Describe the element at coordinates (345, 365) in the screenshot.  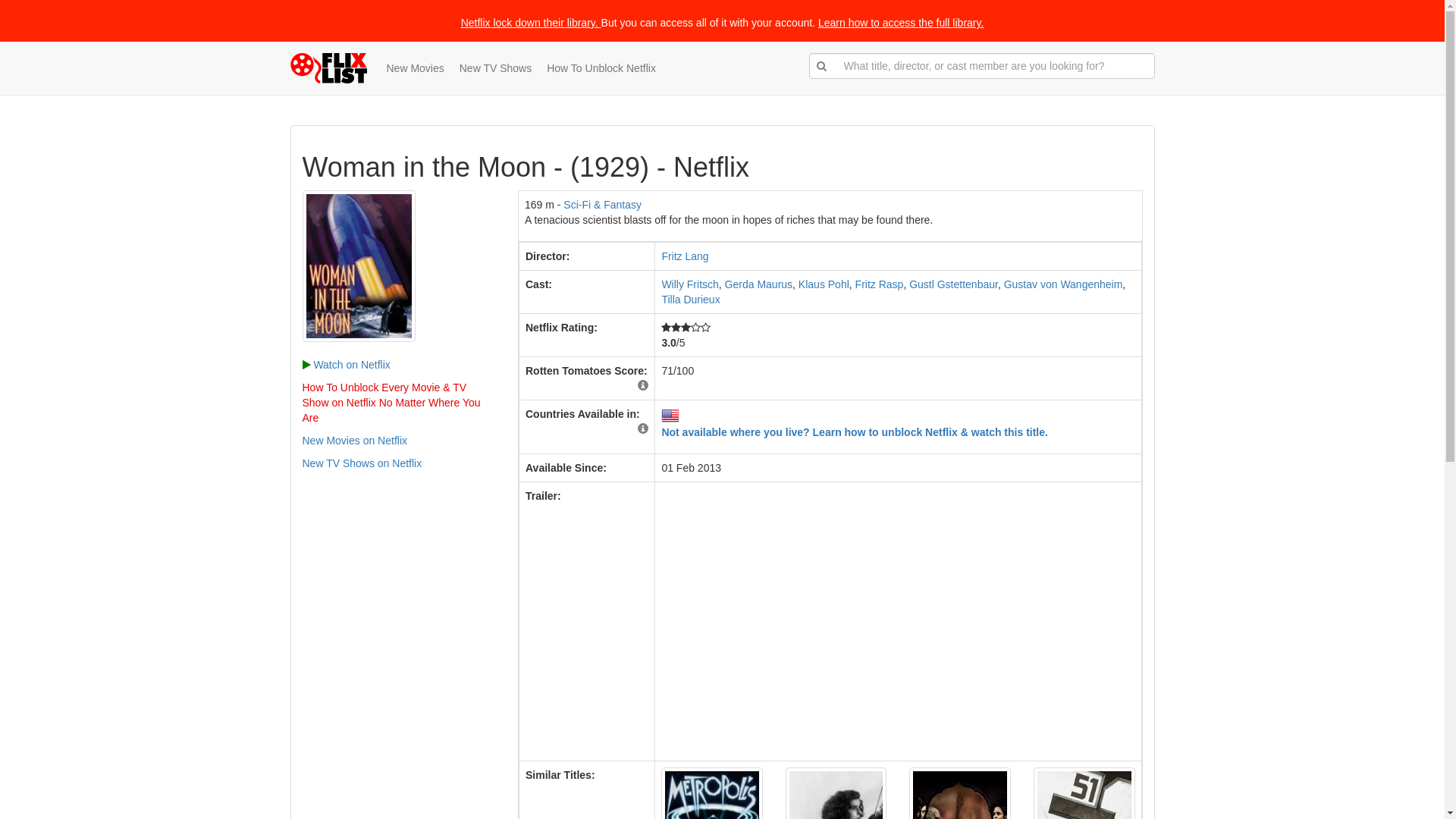
I see `'Watch on Netflix'` at that location.